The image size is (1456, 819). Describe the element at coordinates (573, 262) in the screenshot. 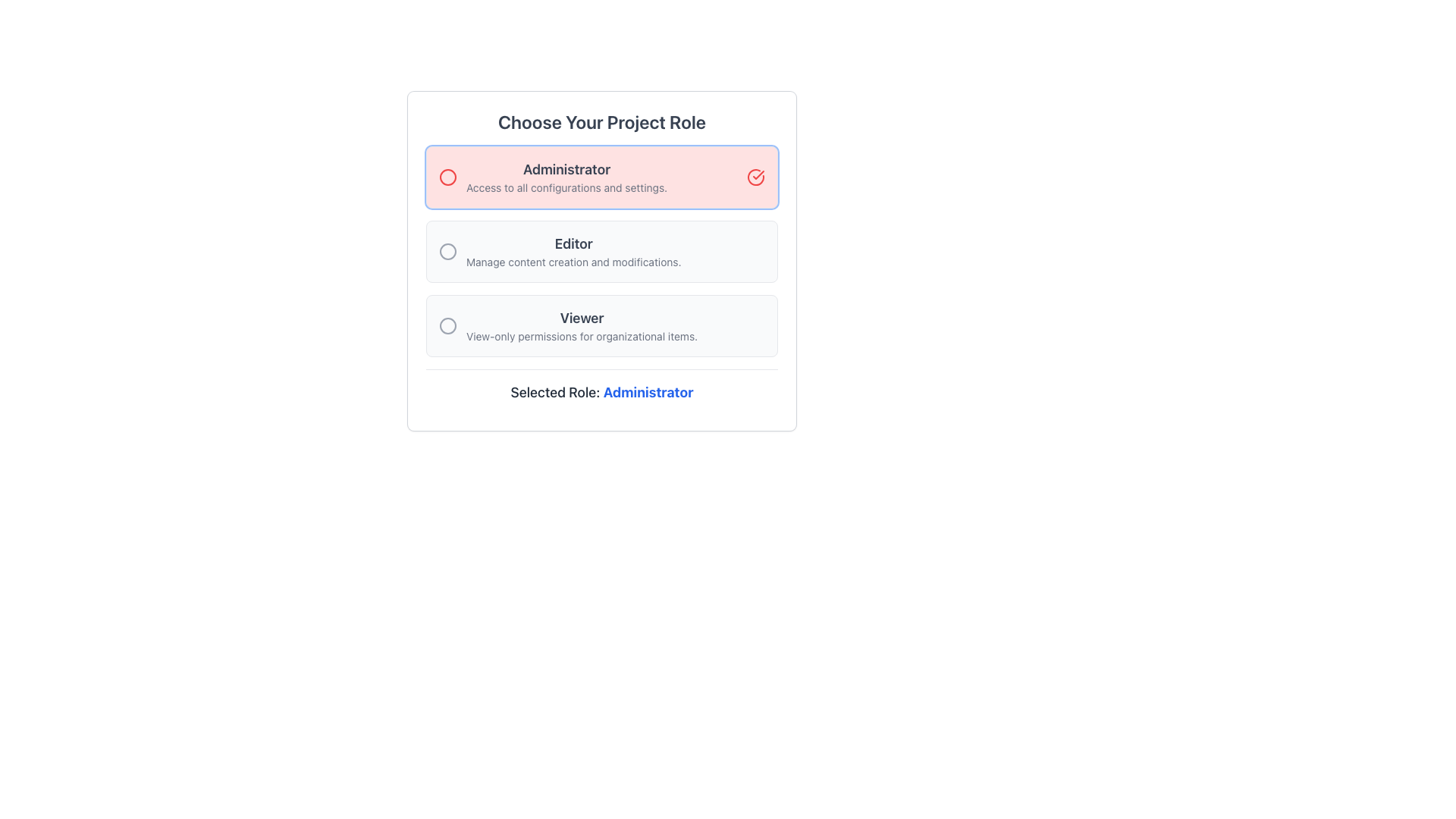

I see `the text label that says 'Manage content creation and modifications.', which is located directly below the title 'Editor'` at that location.